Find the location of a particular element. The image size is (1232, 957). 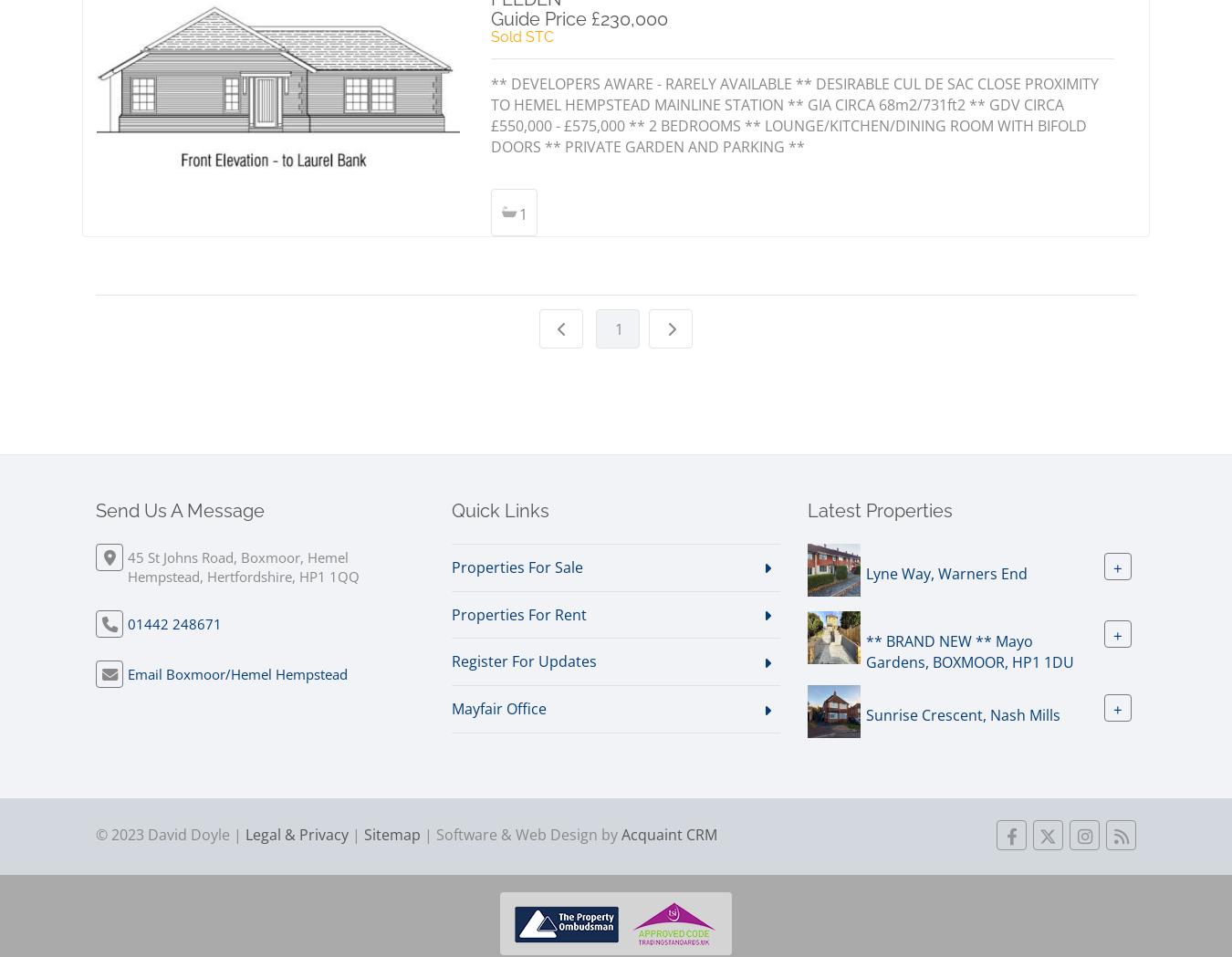

'Details' is located at coordinates (283, 172).